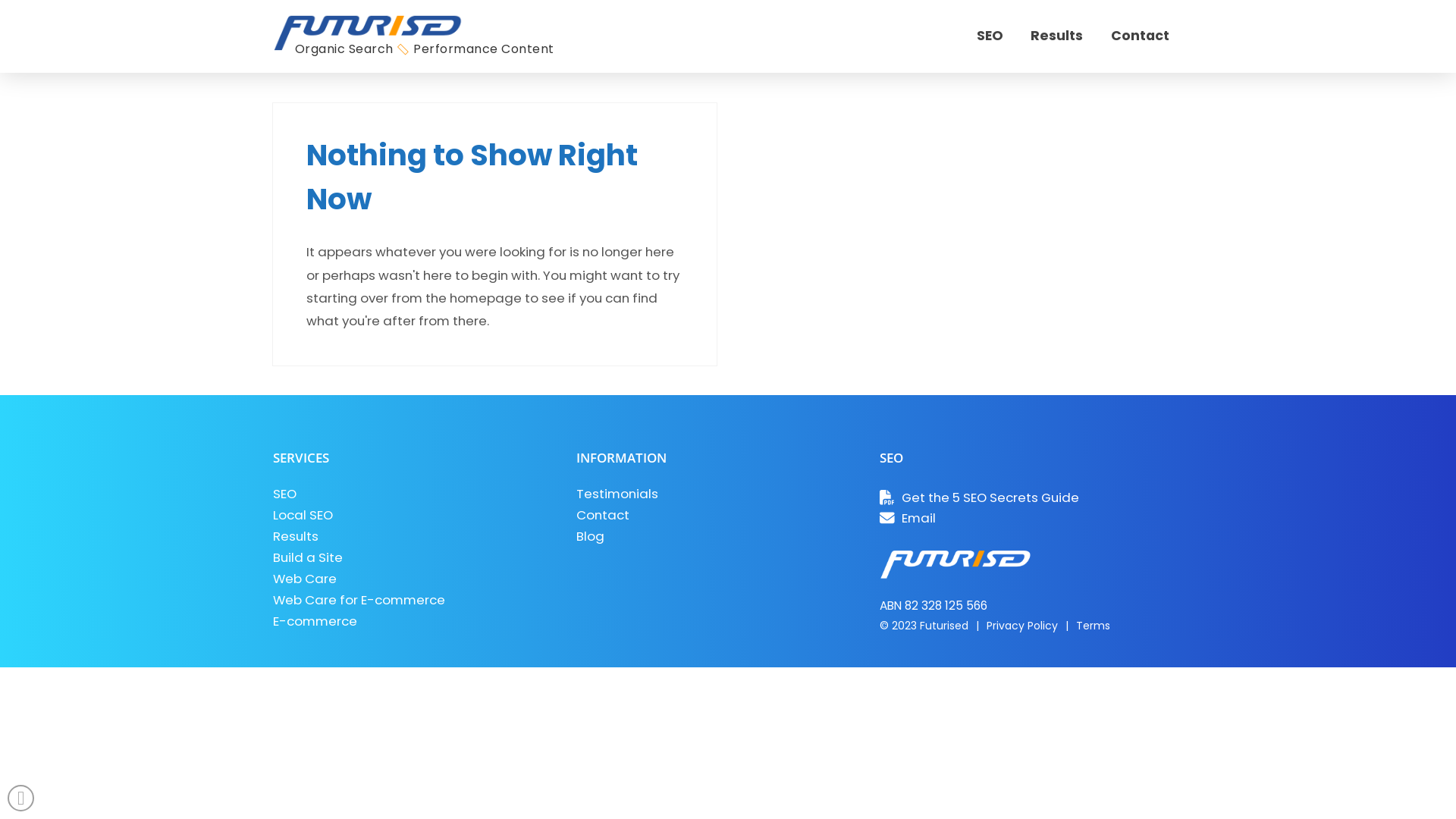 Image resolution: width=1456 pixels, height=819 pixels. Describe the element at coordinates (1022, 626) in the screenshot. I see `'Privacy Policy'` at that location.